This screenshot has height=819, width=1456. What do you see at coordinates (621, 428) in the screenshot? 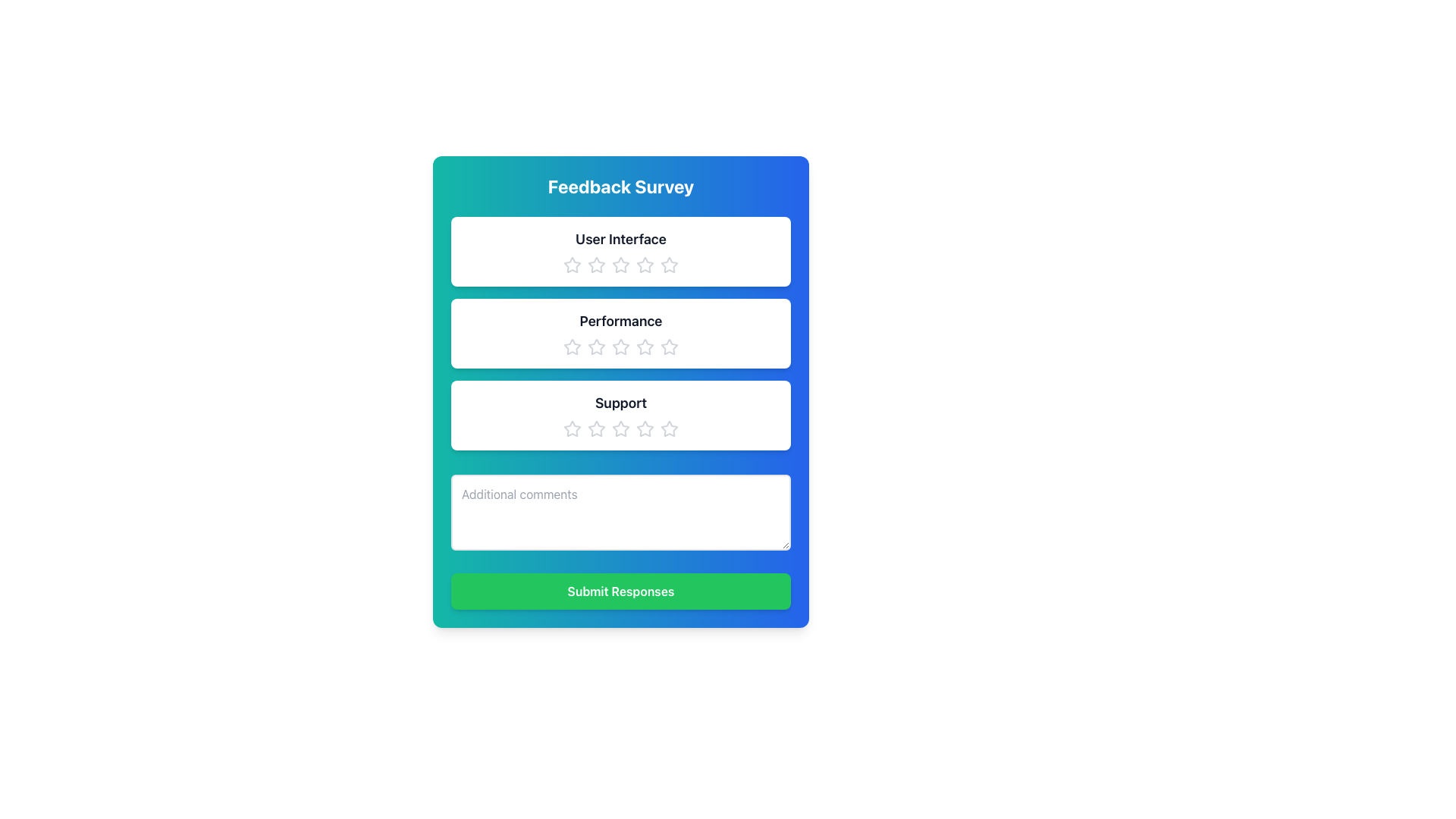
I see `the third star icon in the rating group under the 'Support' section` at bounding box center [621, 428].